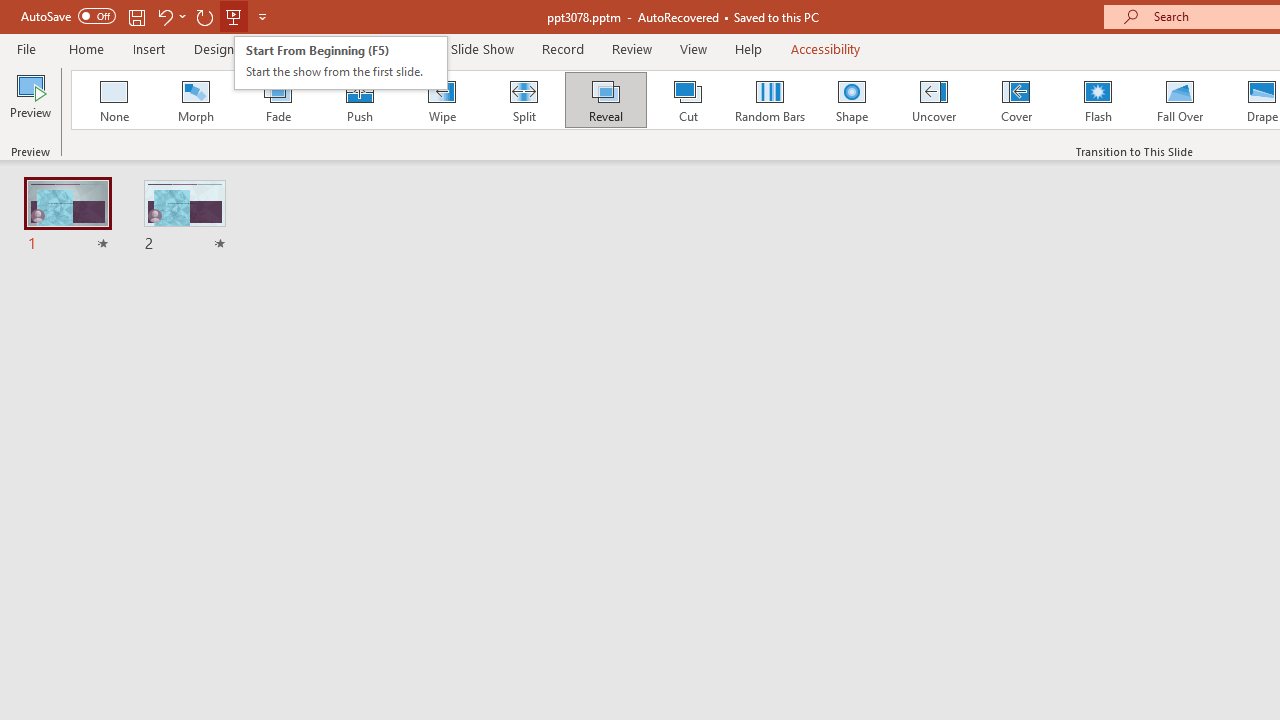 The width and height of the screenshot is (1280, 720). I want to click on 'Fall Over', so click(1180, 100).